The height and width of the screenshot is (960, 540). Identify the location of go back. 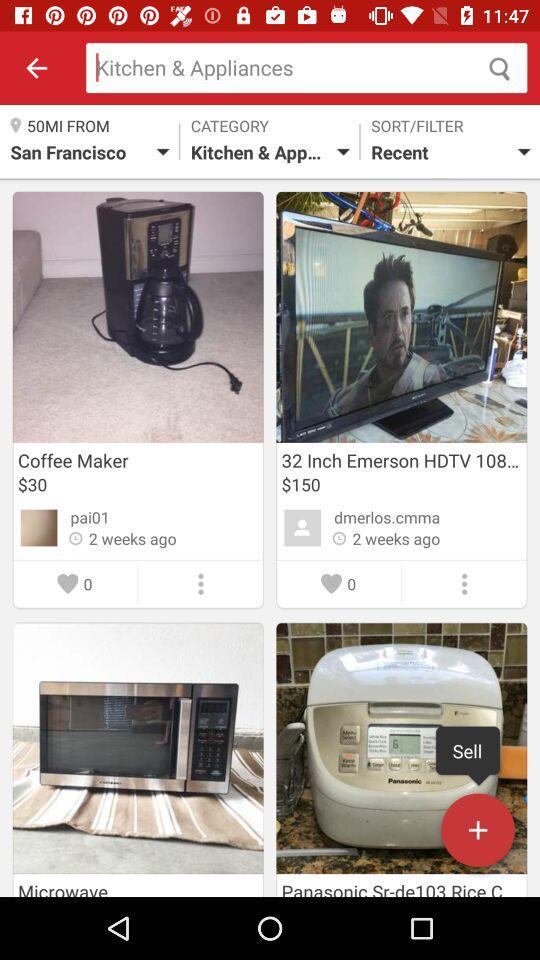
(36, 68).